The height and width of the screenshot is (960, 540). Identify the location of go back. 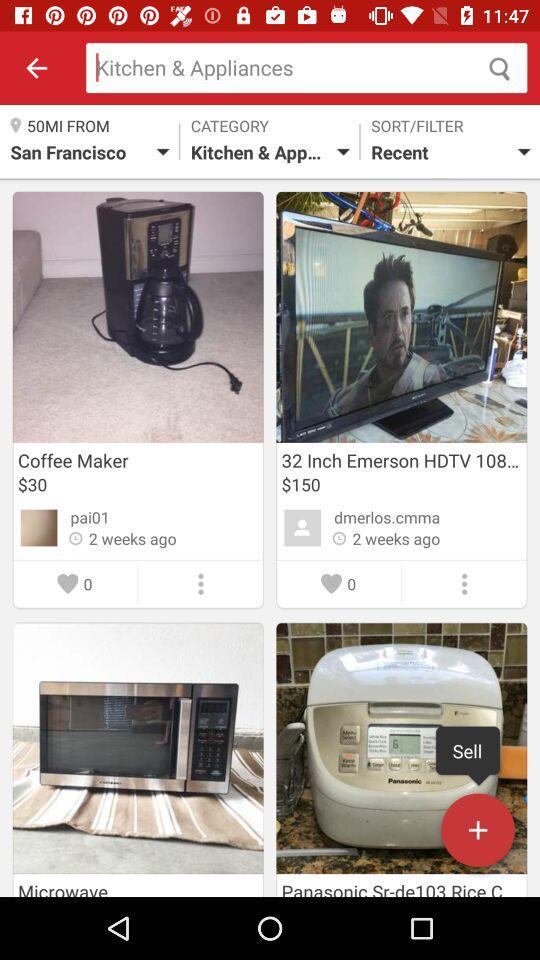
(36, 68).